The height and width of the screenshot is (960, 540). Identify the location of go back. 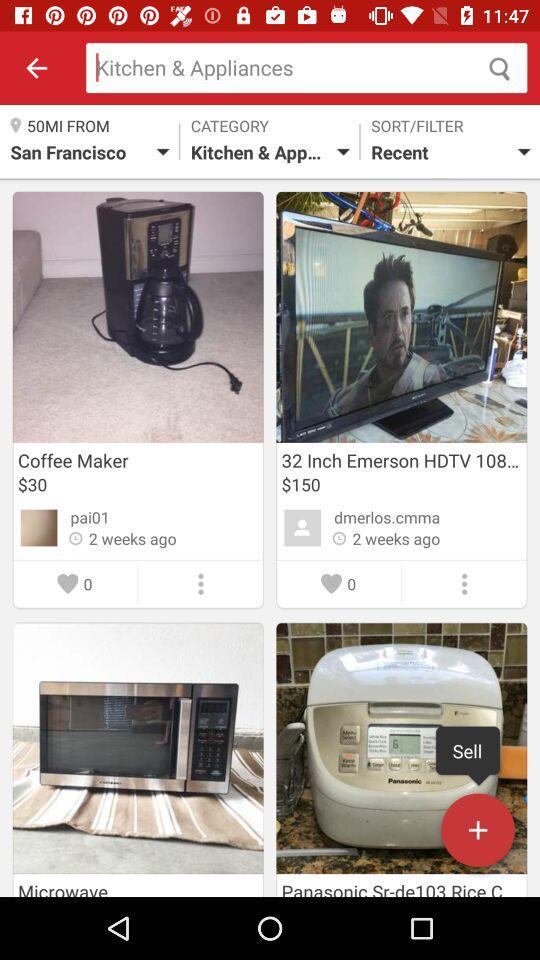
(36, 68).